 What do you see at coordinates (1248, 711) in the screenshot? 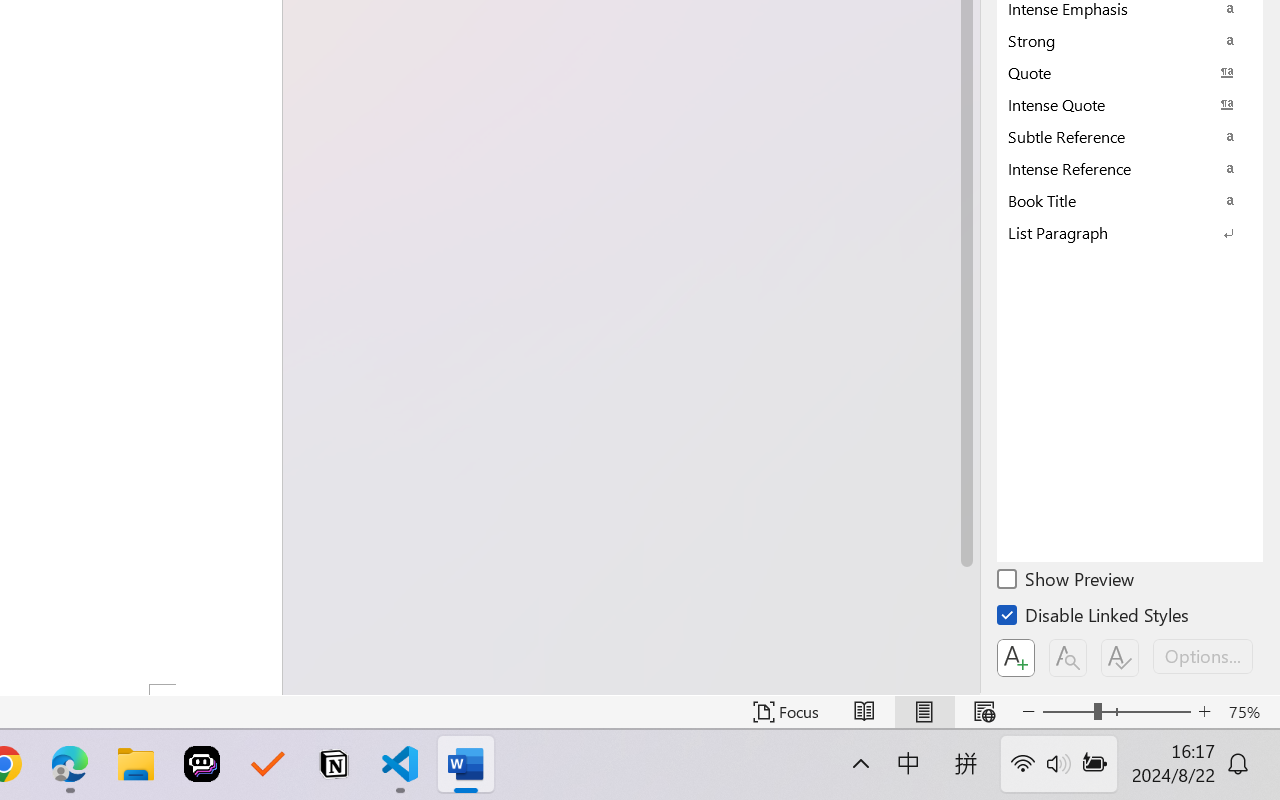
I see `'Zoom 75%'` at bounding box center [1248, 711].